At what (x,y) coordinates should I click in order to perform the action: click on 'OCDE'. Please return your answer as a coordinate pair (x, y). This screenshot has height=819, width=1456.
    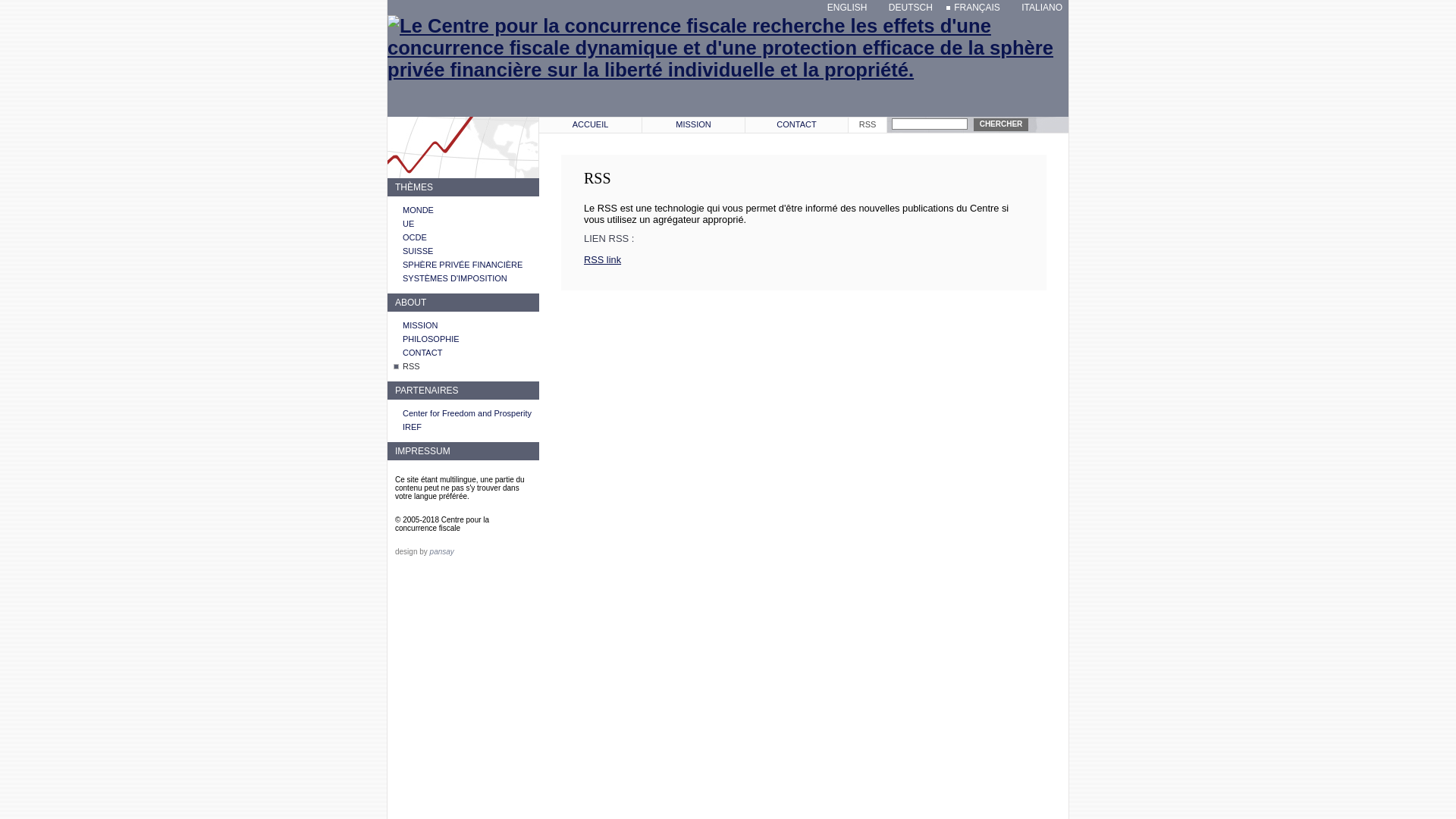
    Looking at the image, I should click on (415, 237).